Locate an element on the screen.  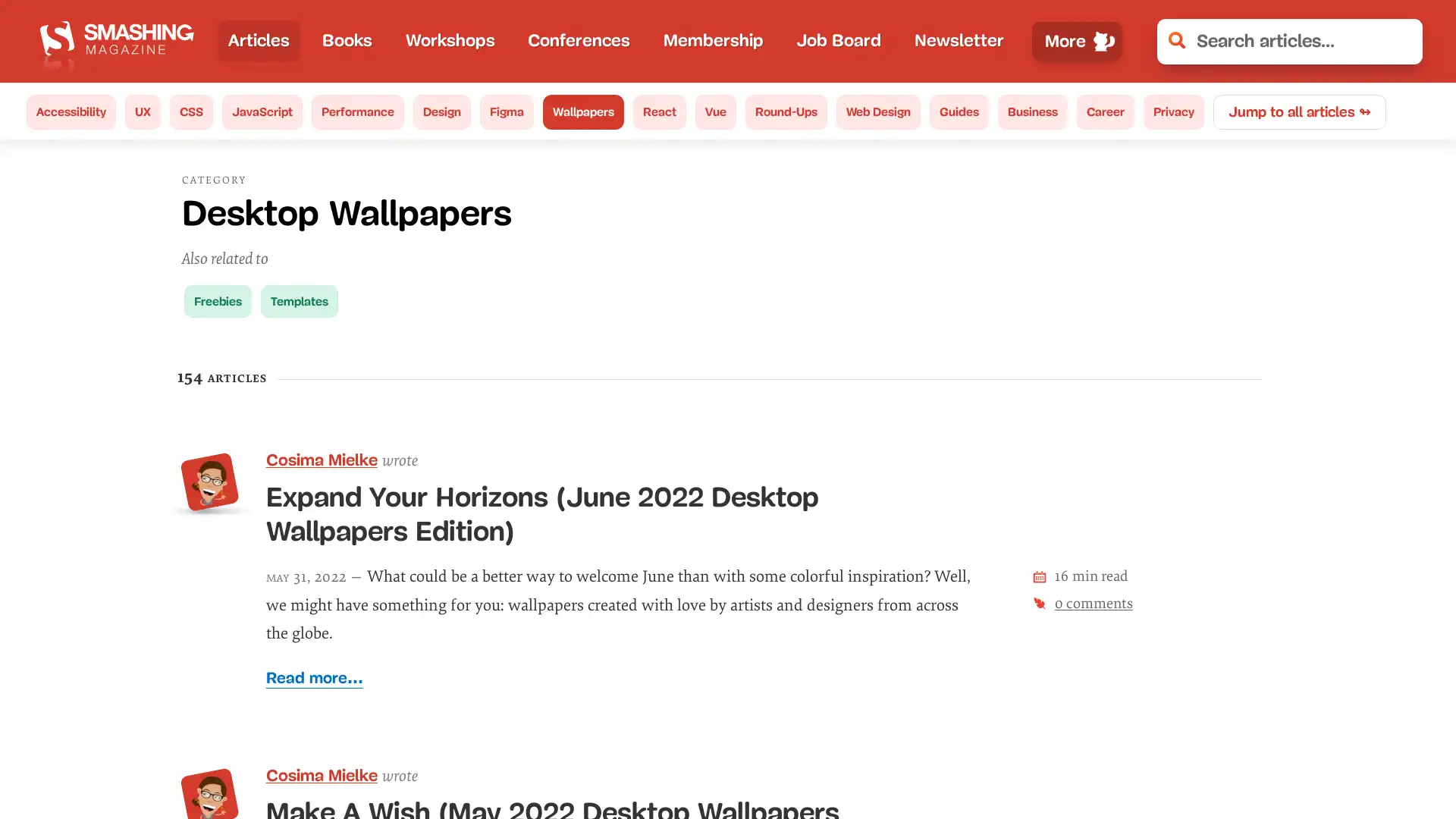
Its okay. is located at coordinates (1341, 758).